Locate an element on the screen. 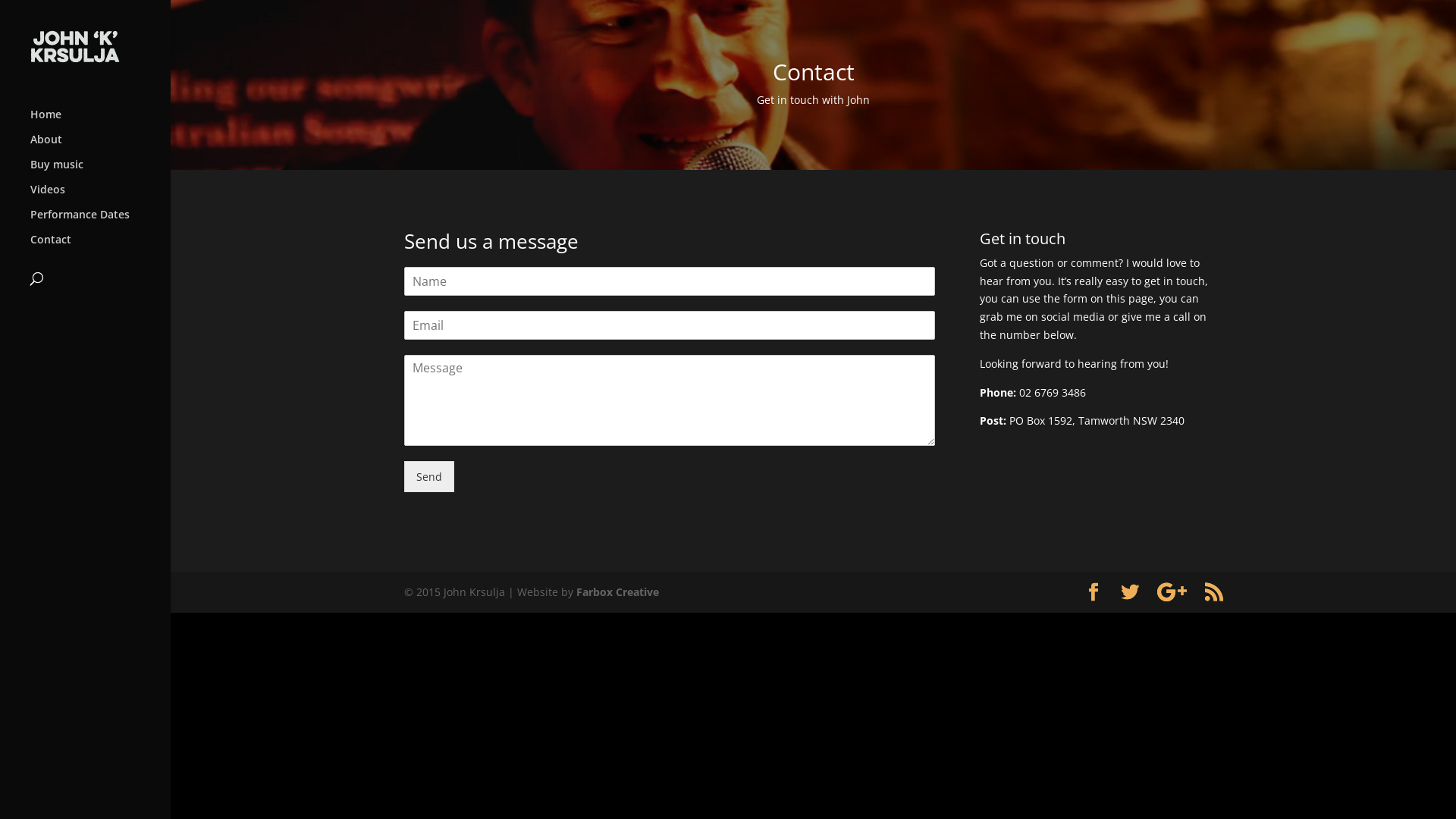  'Performance Dates' is located at coordinates (30, 221).